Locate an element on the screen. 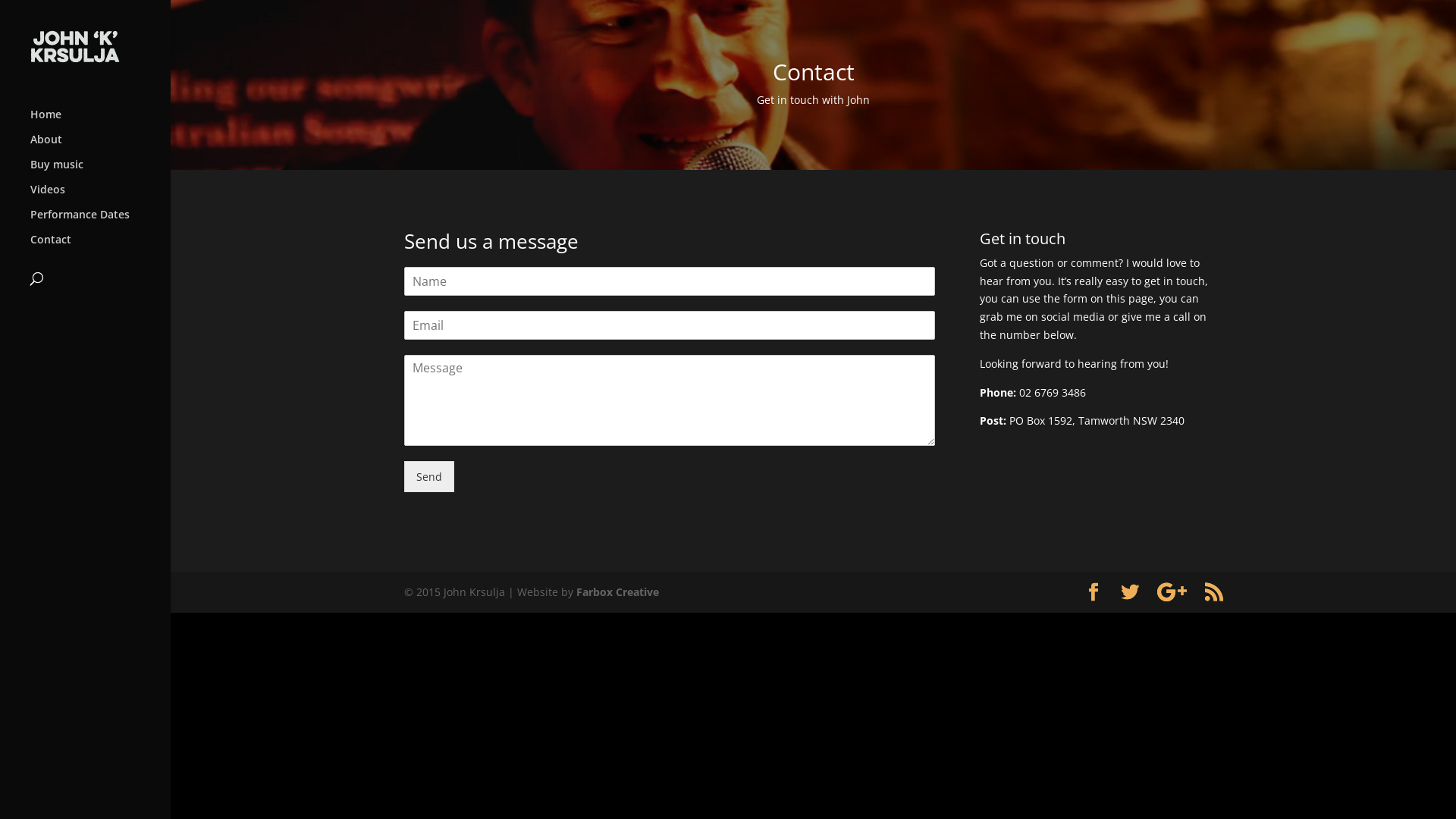  'Performance Dates' is located at coordinates (30, 221).